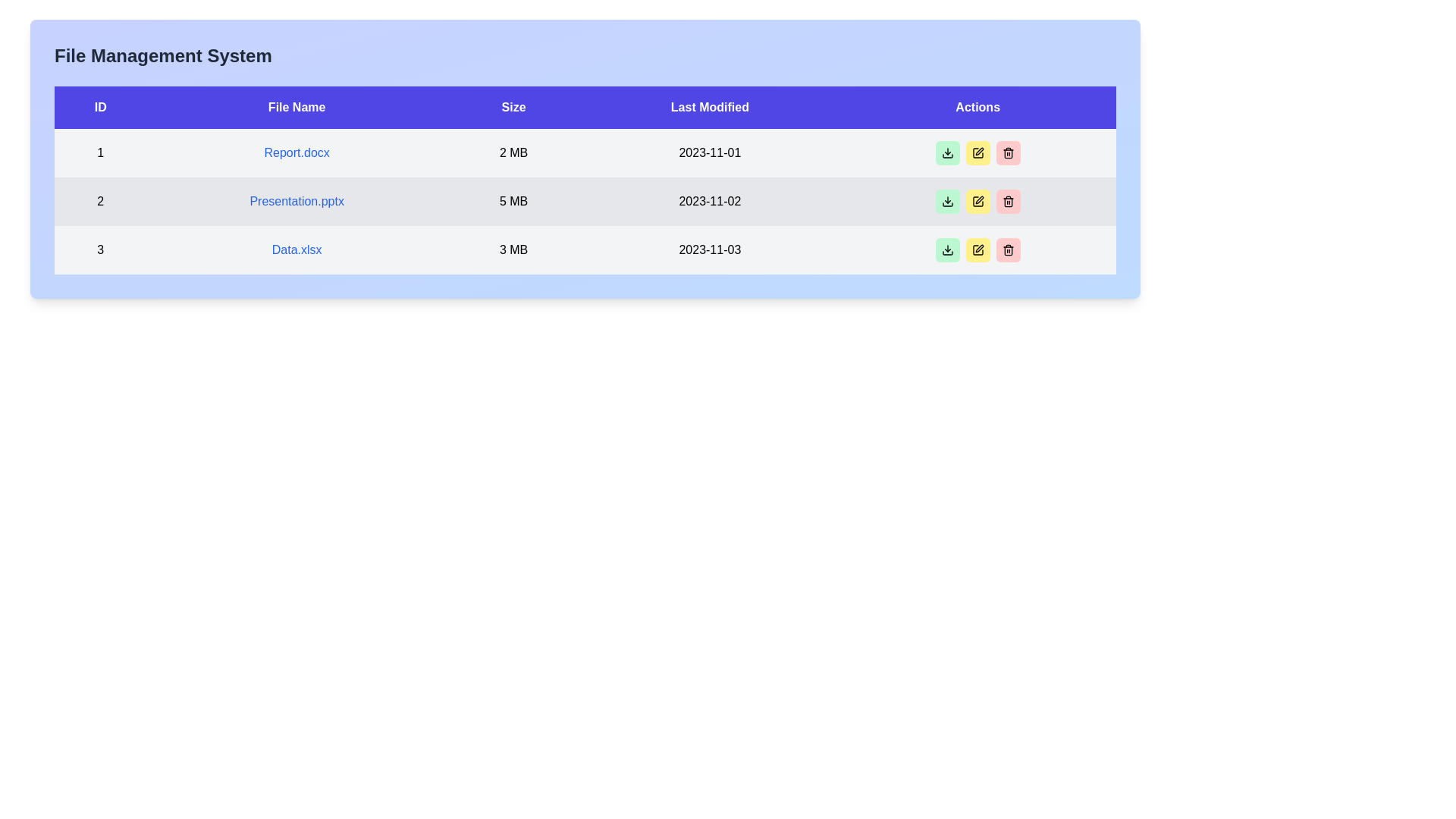 This screenshot has width=1456, height=819. What do you see at coordinates (946, 201) in the screenshot?
I see `the green download button with a downward arrow icon located in the first position of the 'Actions' column in the second row of the table to download the file` at bounding box center [946, 201].